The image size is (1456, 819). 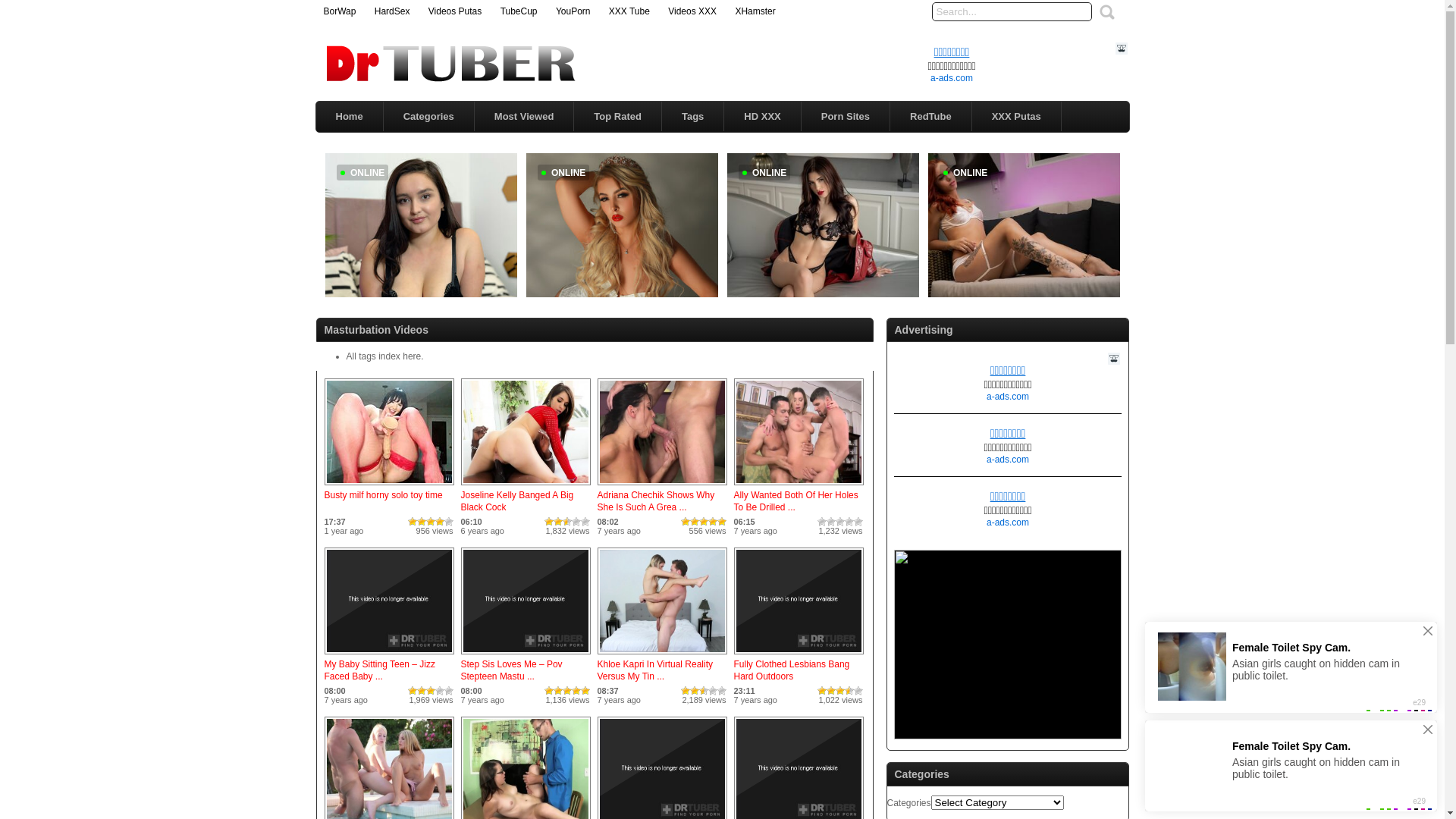 What do you see at coordinates (524, 115) in the screenshot?
I see `'Most Viewed'` at bounding box center [524, 115].